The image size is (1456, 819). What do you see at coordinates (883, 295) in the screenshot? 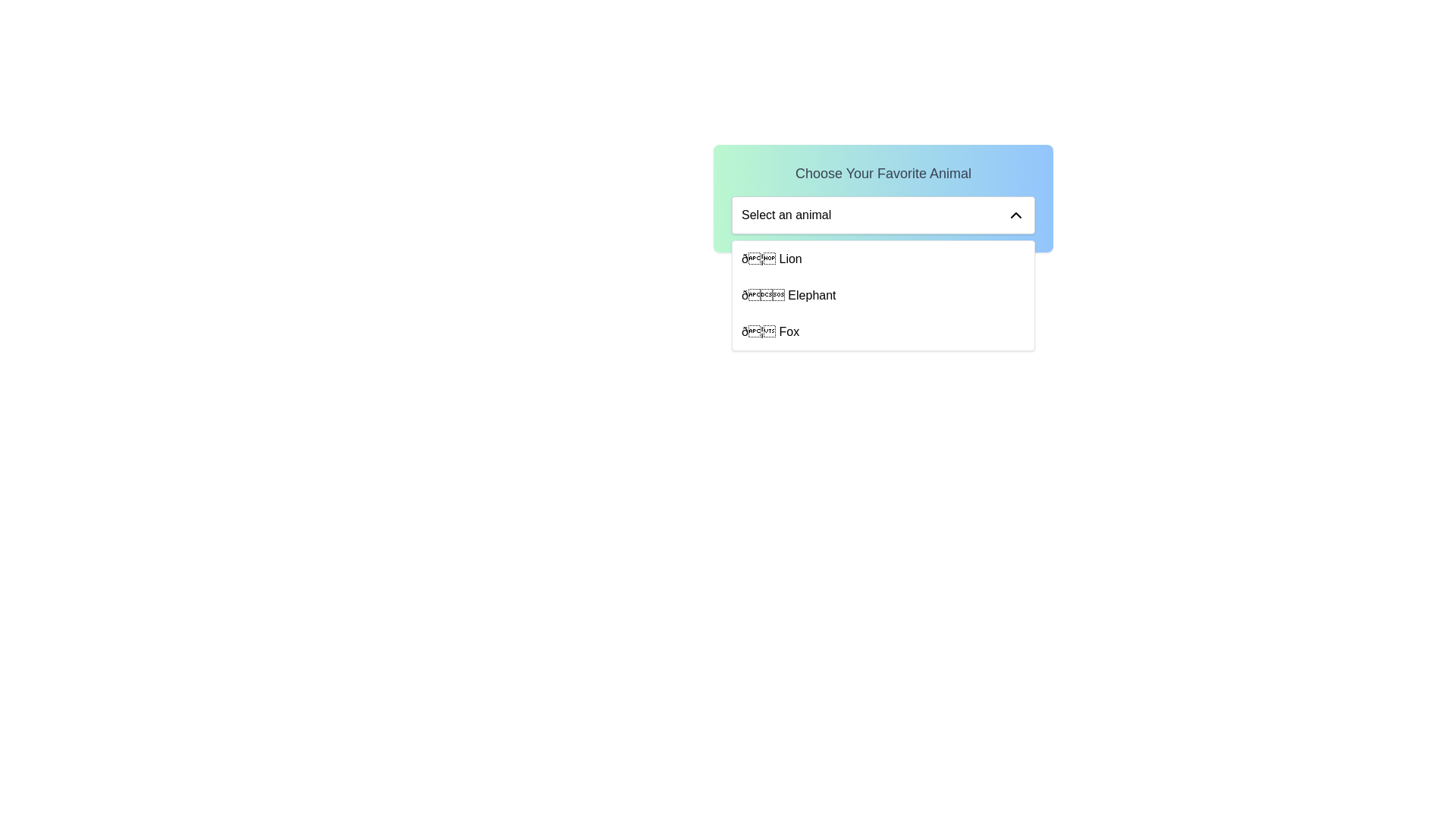
I see `the dropdown menu item labeled '🐘 Elephant'` at bounding box center [883, 295].